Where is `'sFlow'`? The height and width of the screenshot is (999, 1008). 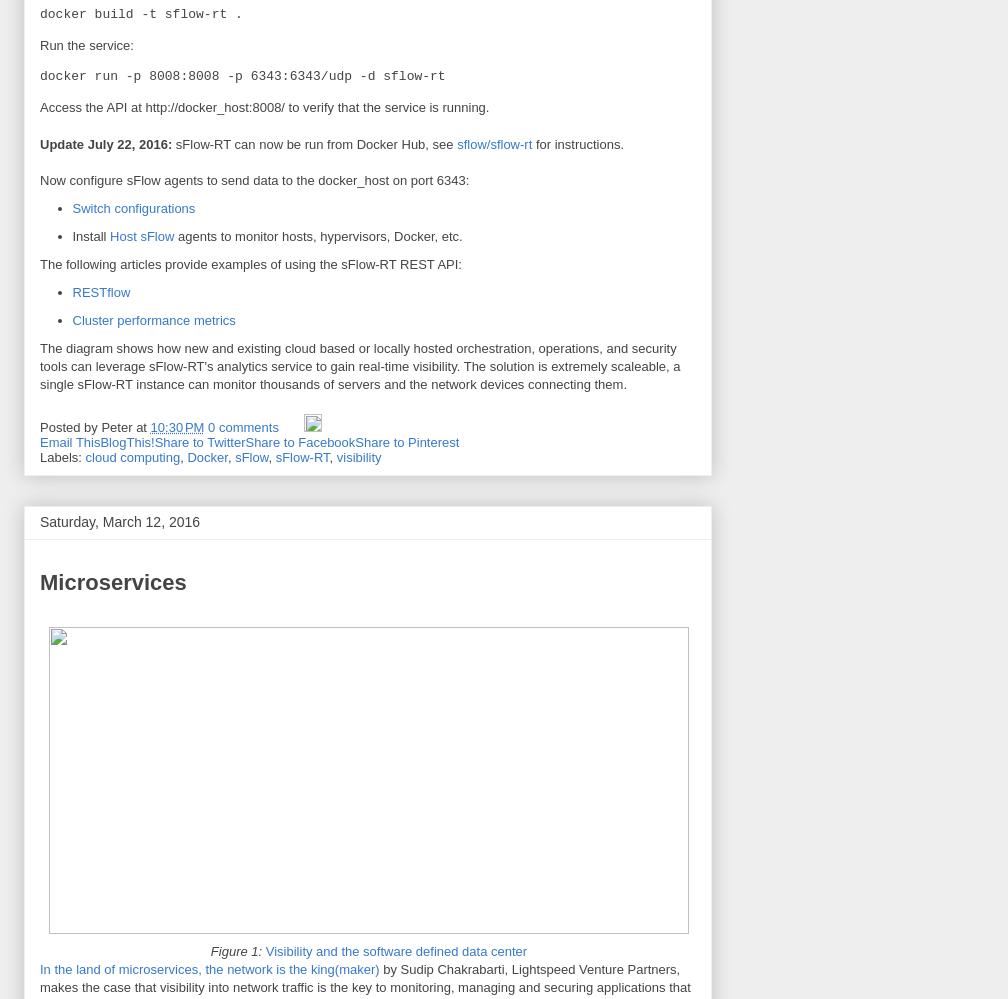
'sFlow' is located at coordinates (251, 456).